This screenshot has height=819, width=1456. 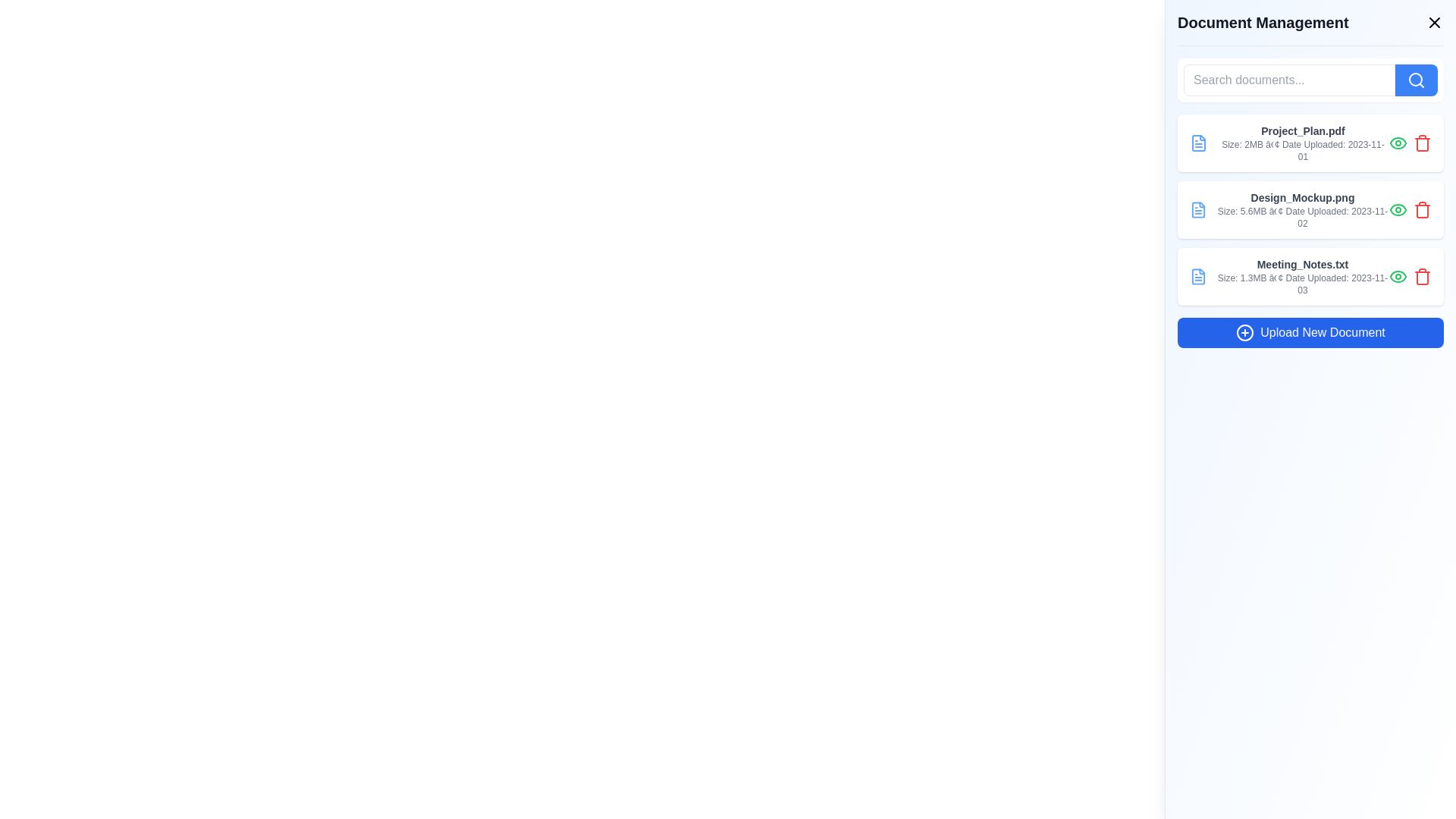 What do you see at coordinates (1422, 210) in the screenshot?
I see `the red trash icon button, which is the rightmost item in the row of icons associated with the document entry 'Design_Mockup.png'` at bounding box center [1422, 210].